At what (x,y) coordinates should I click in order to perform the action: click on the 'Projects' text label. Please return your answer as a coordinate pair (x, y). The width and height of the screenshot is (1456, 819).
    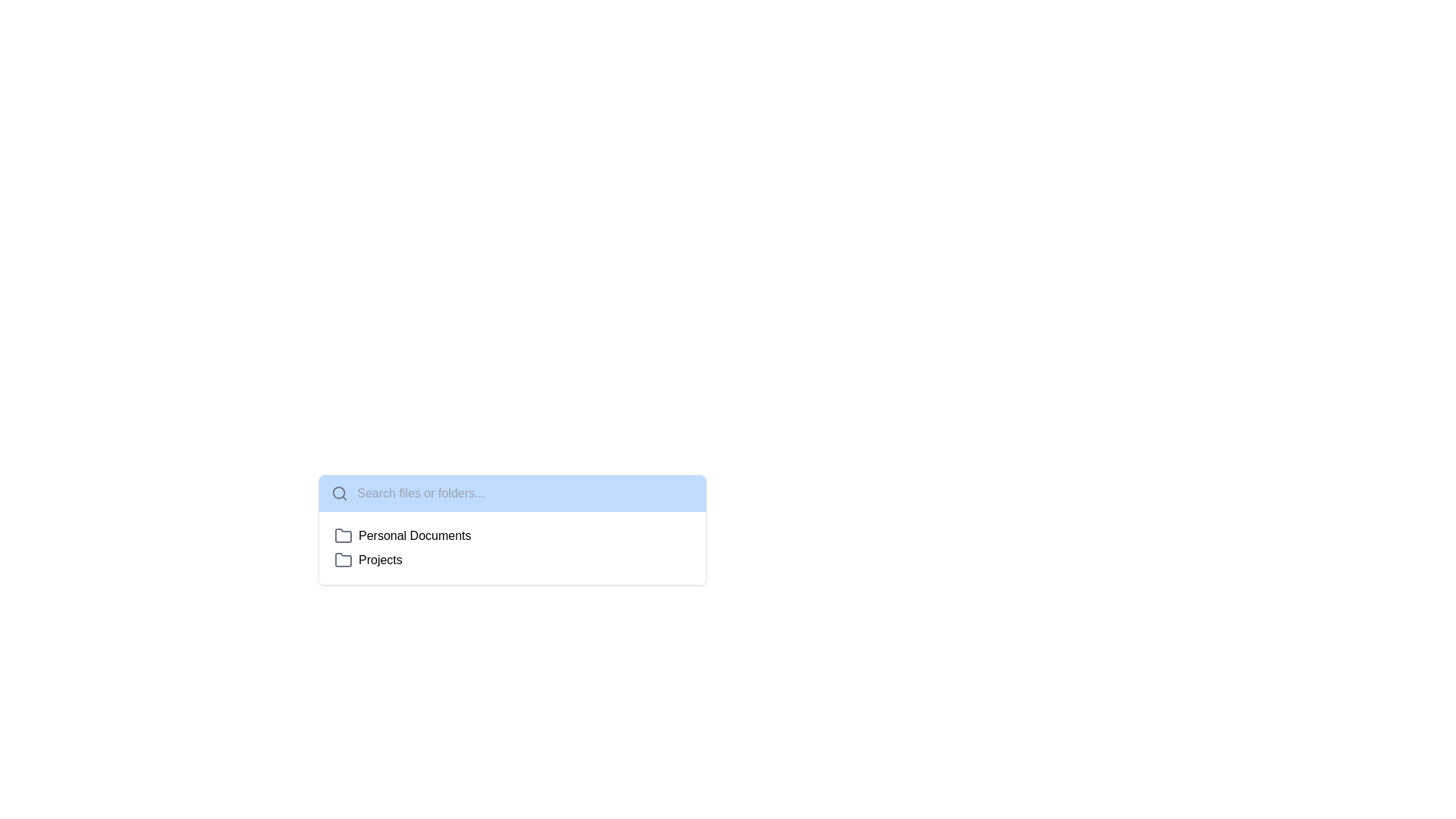
    Looking at the image, I should click on (380, 560).